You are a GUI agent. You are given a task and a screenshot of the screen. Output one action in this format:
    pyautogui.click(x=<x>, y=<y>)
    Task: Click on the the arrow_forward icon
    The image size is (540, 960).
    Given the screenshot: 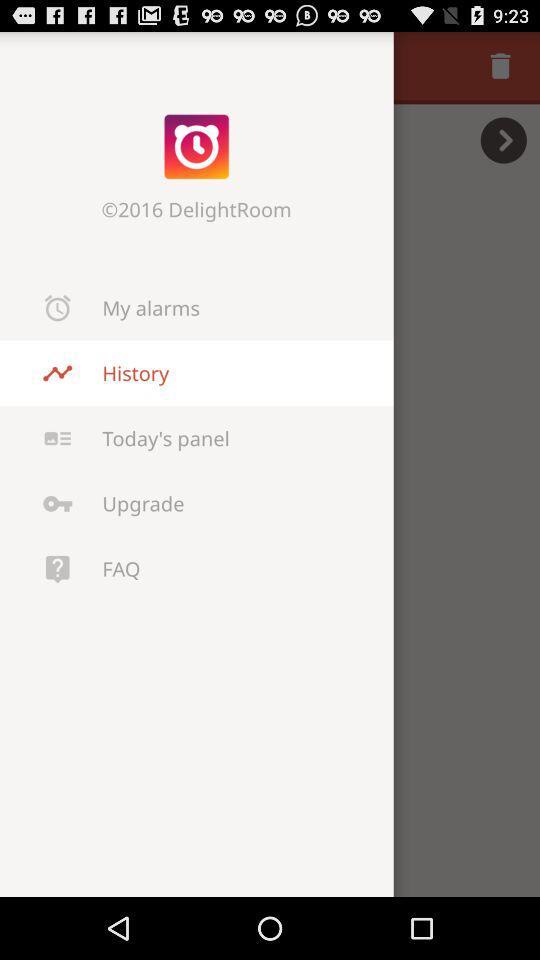 What is the action you would take?
    pyautogui.click(x=502, y=148)
    